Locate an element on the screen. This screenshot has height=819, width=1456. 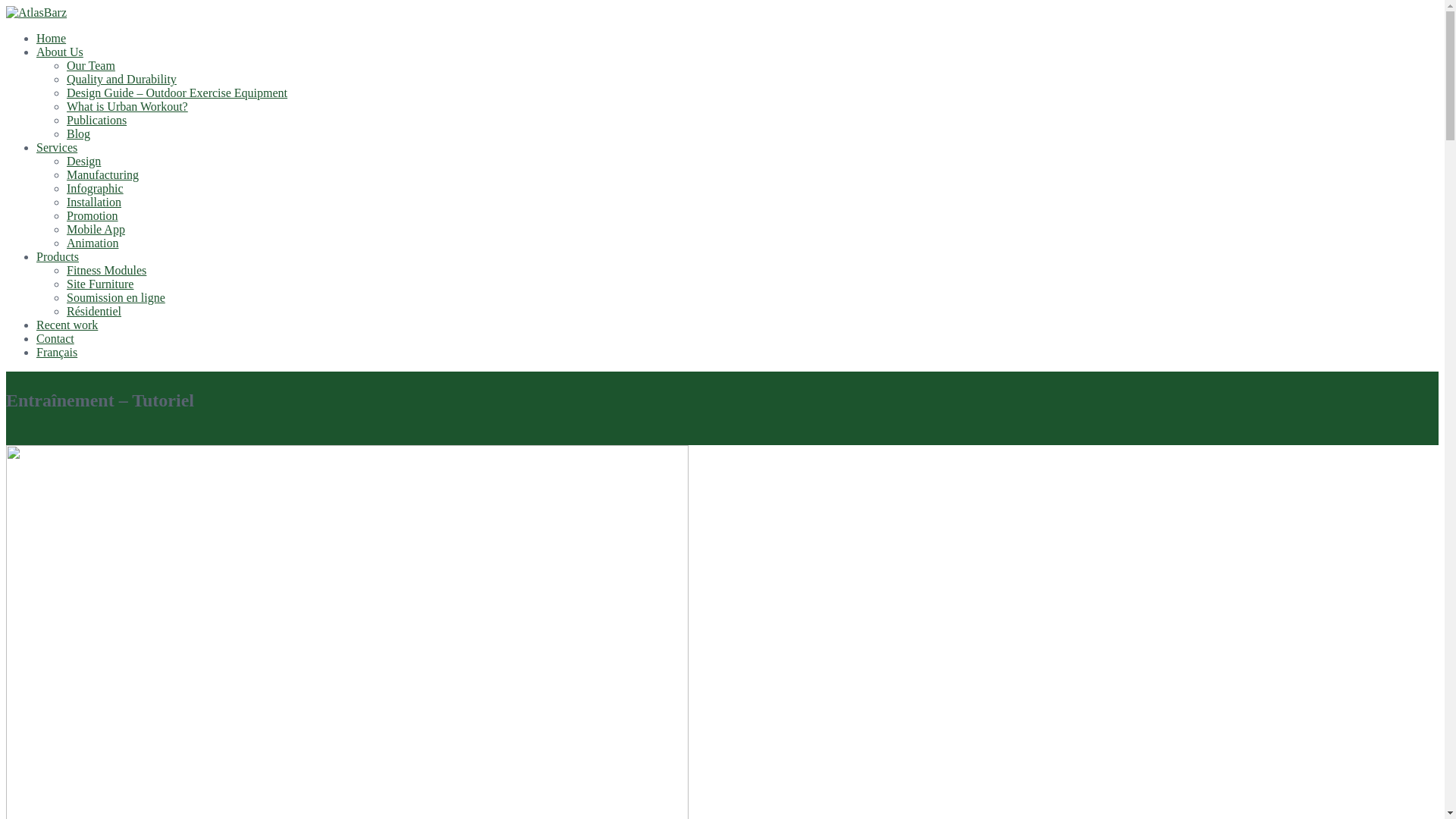
'Animation' is located at coordinates (91, 242).